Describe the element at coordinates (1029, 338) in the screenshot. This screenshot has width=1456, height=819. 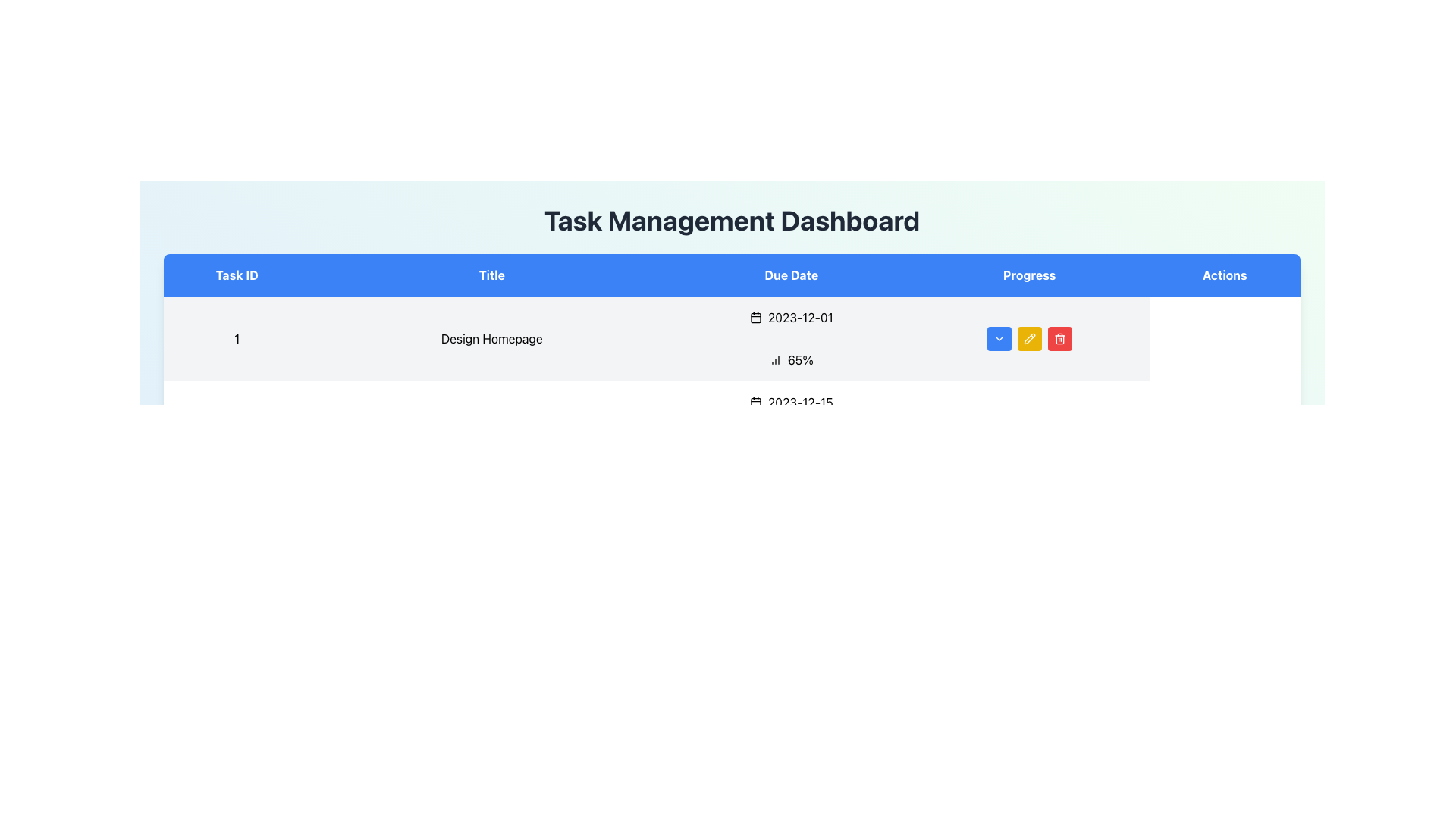
I see `the editing button with a pencil icon located in the 'Actions' column of the 'Design Homepage' row in the Task Management Dashboard to invoke the editing function` at that location.